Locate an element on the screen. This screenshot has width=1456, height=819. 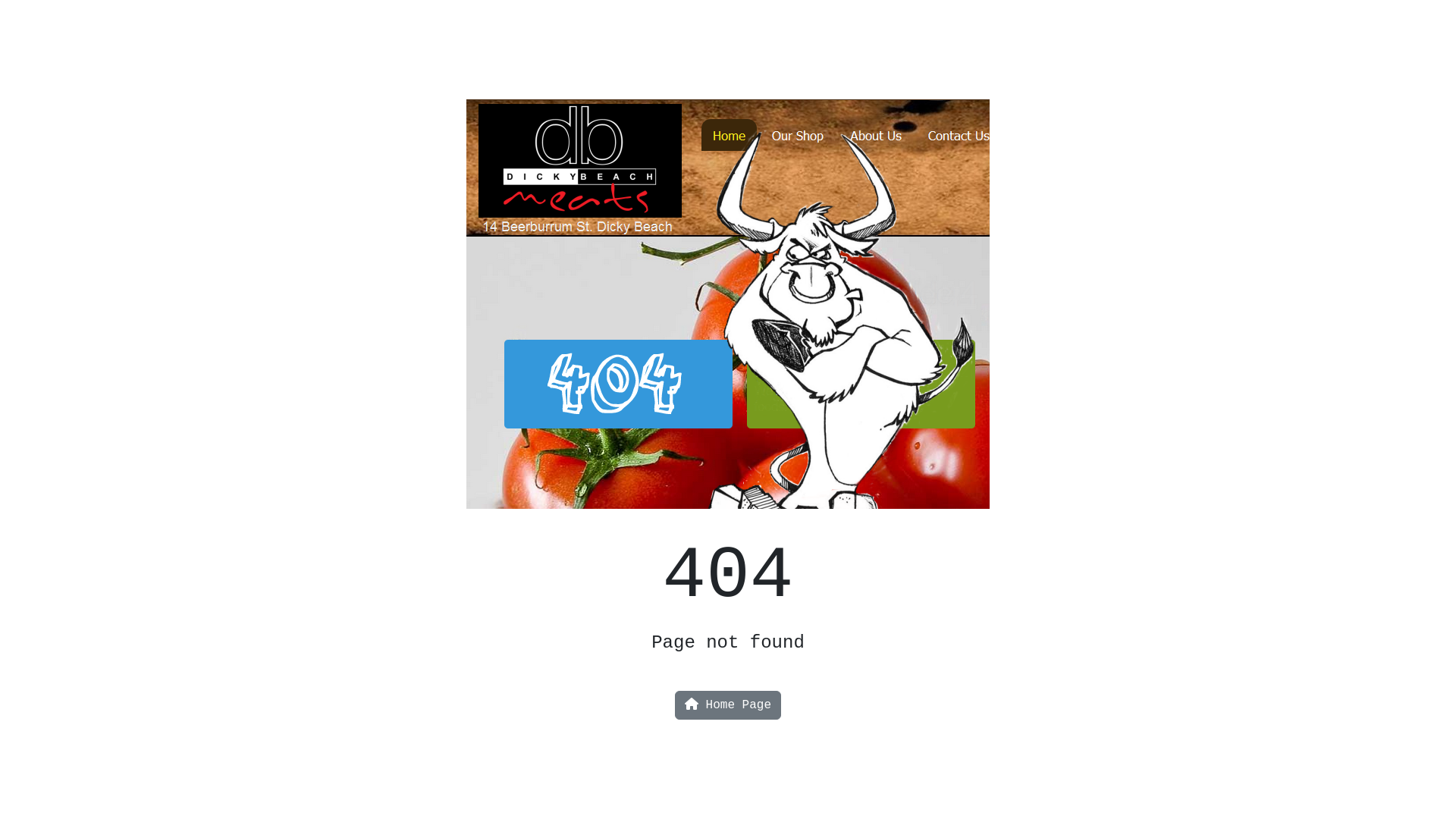
'Home Page' is located at coordinates (728, 704).